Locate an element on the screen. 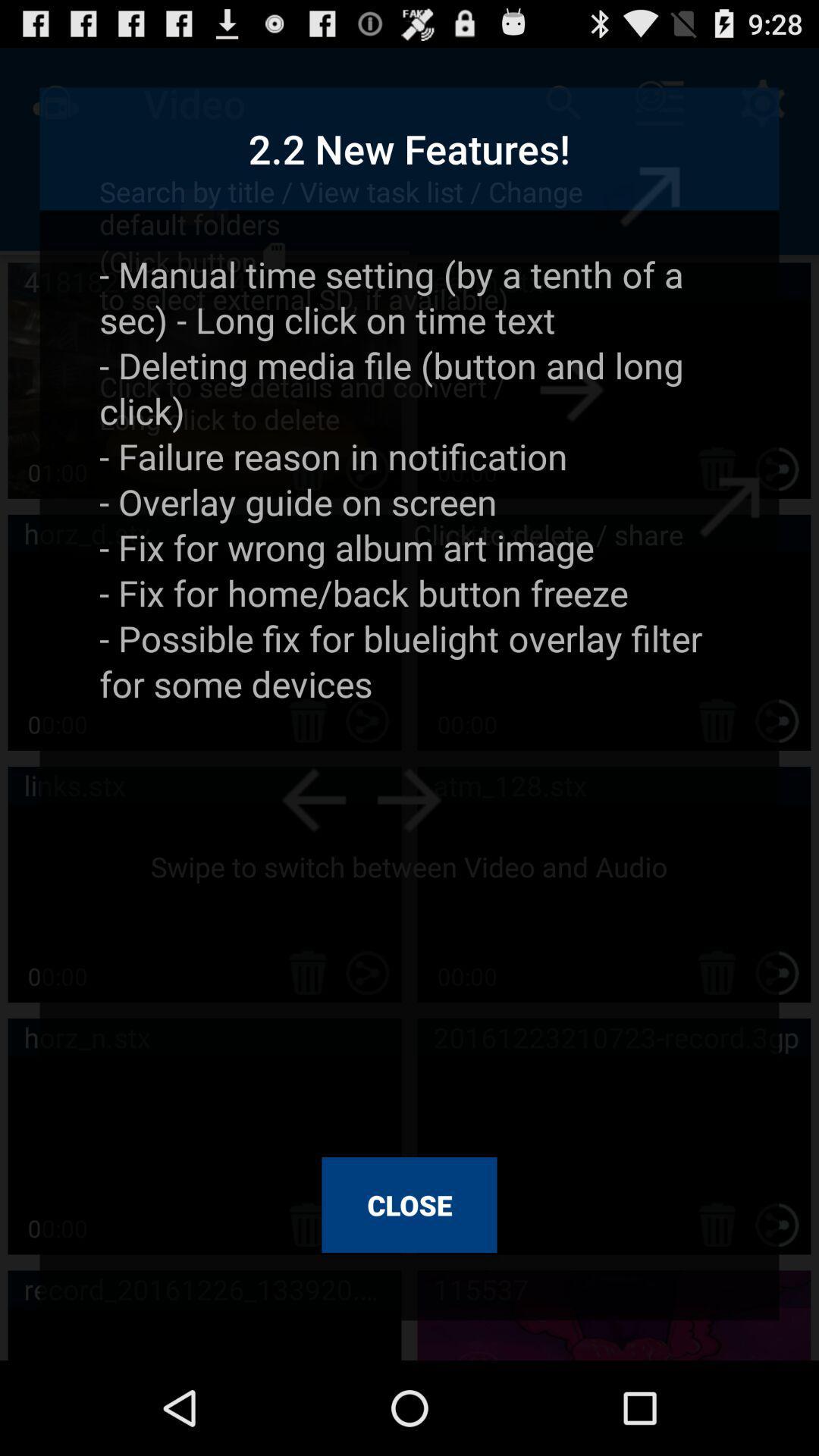 This screenshot has height=1456, width=819. close icon is located at coordinates (409, 1204).